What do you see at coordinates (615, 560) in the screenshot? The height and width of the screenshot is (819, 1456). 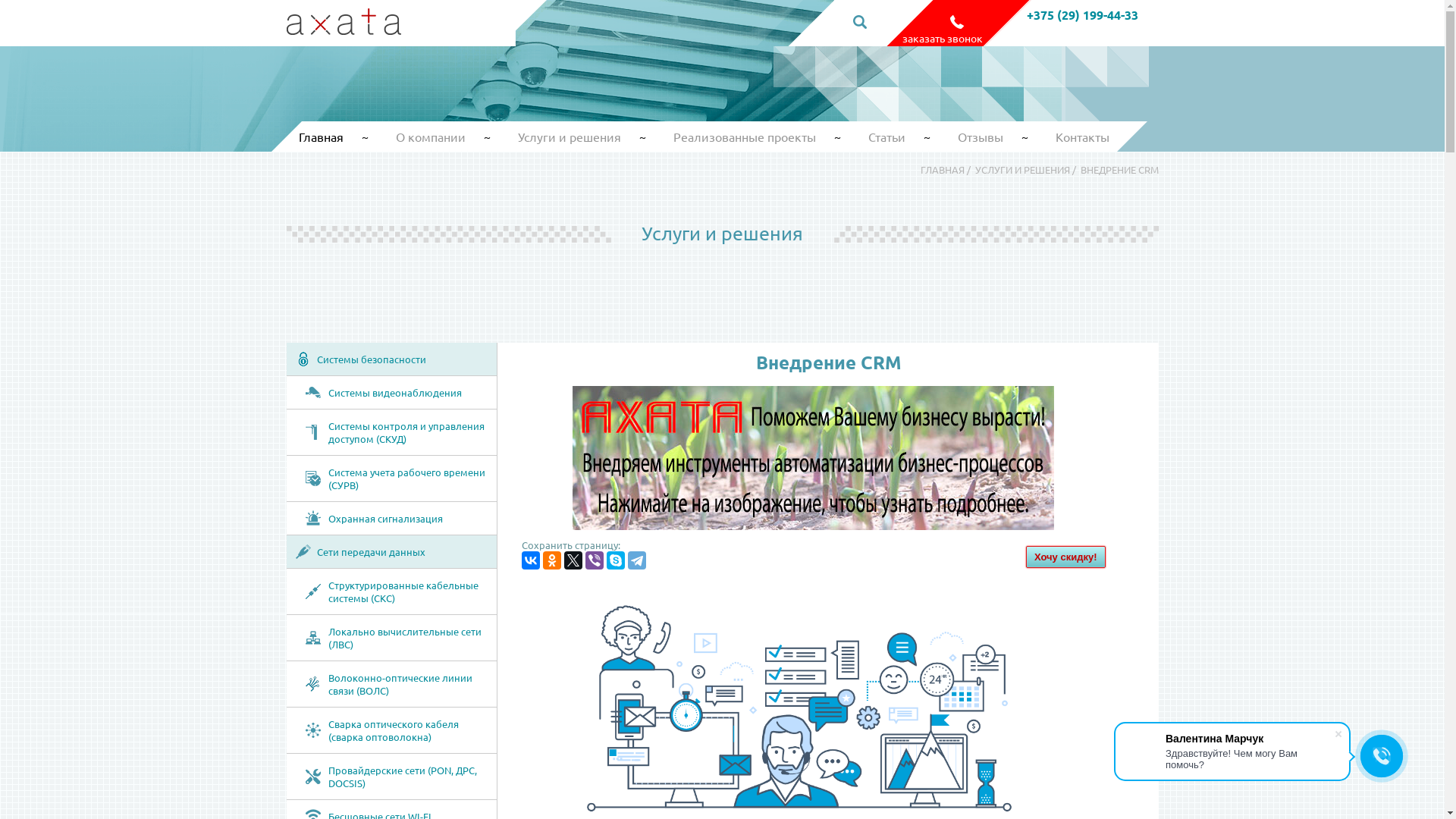 I see `'Skype'` at bounding box center [615, 560].